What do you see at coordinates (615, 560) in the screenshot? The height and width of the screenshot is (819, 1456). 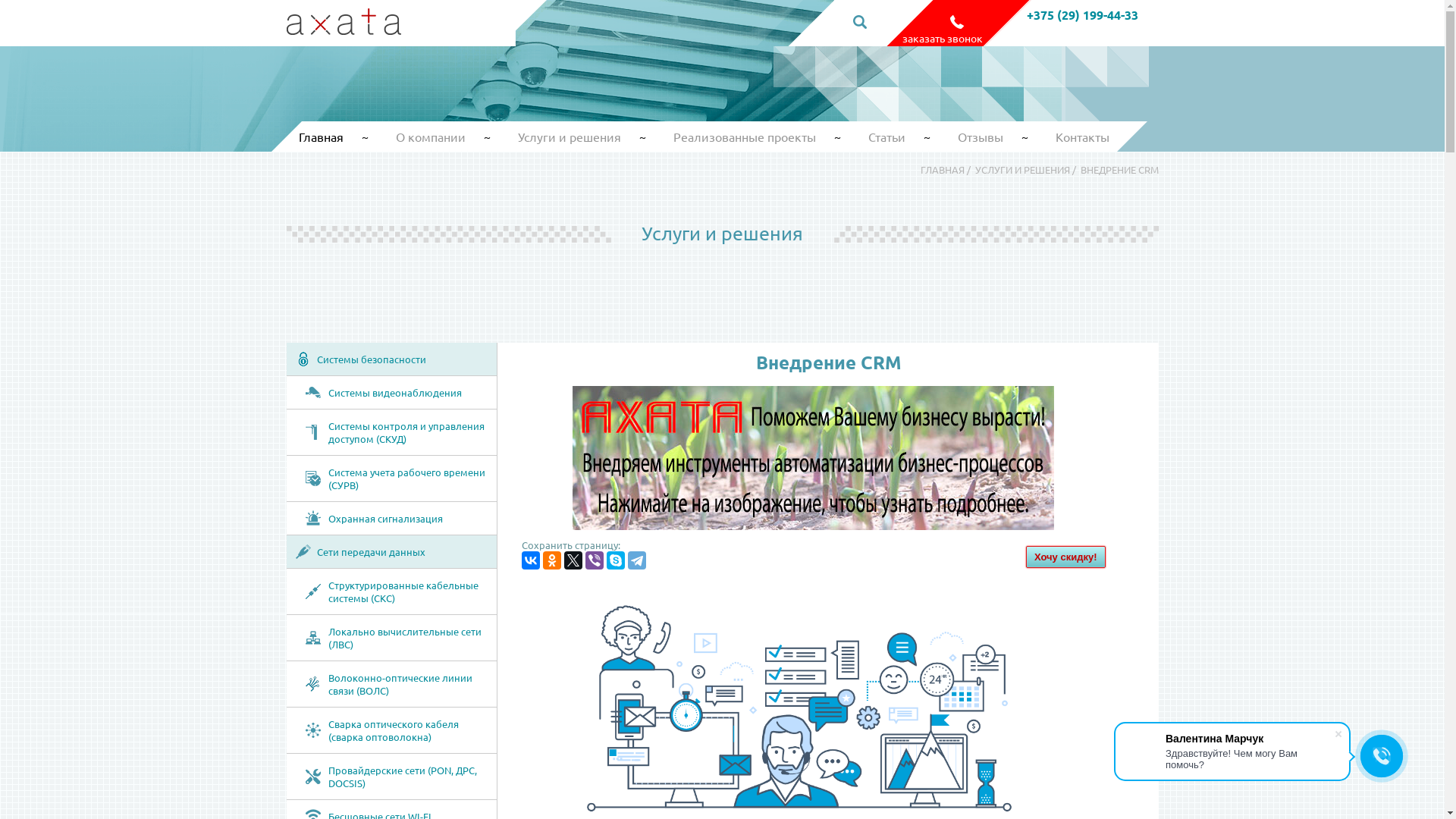 I see `'Skype'` at bounding box center [615, 560].